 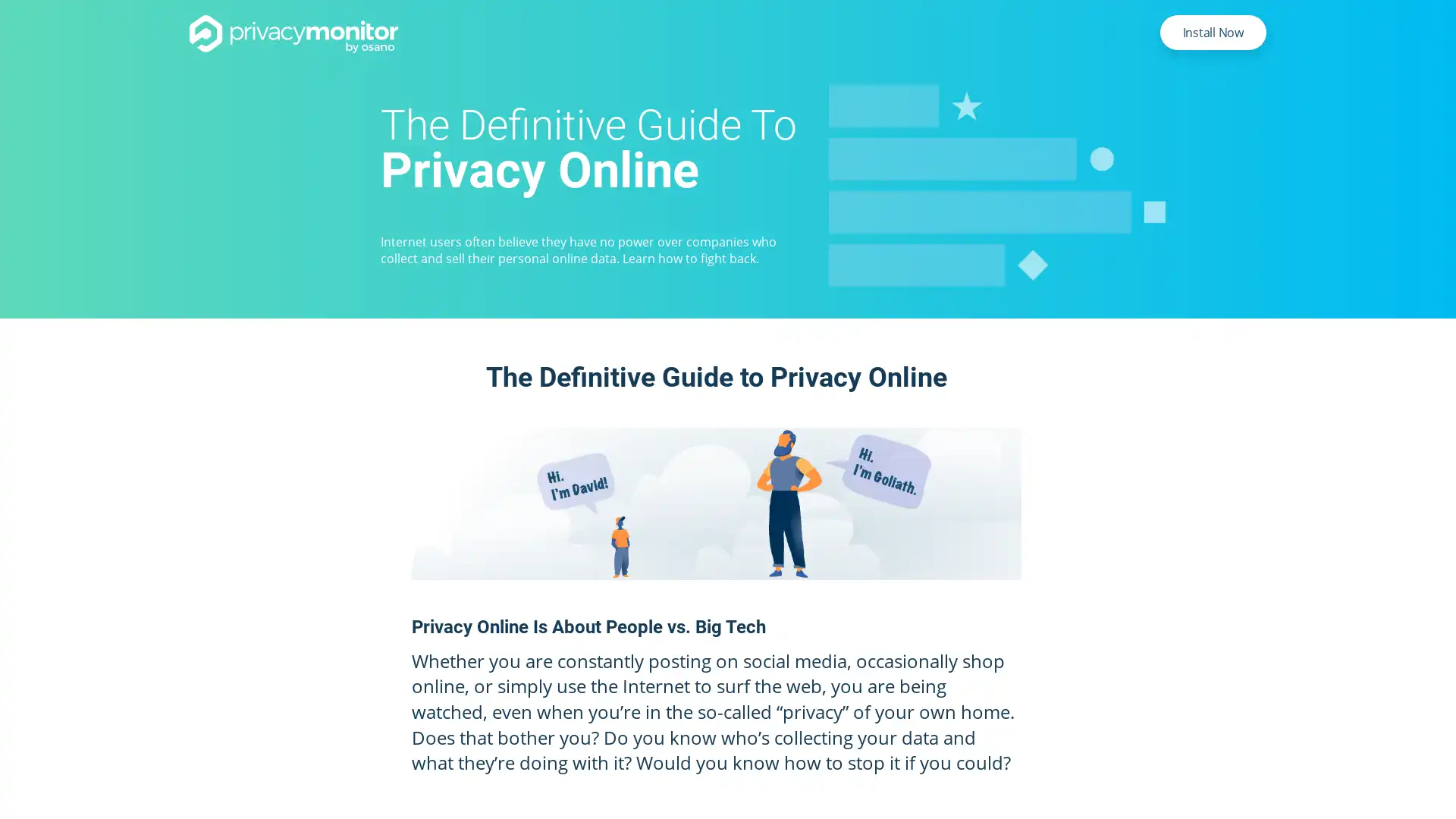 I want to click on Install Now, so click(x=1212, y=32).